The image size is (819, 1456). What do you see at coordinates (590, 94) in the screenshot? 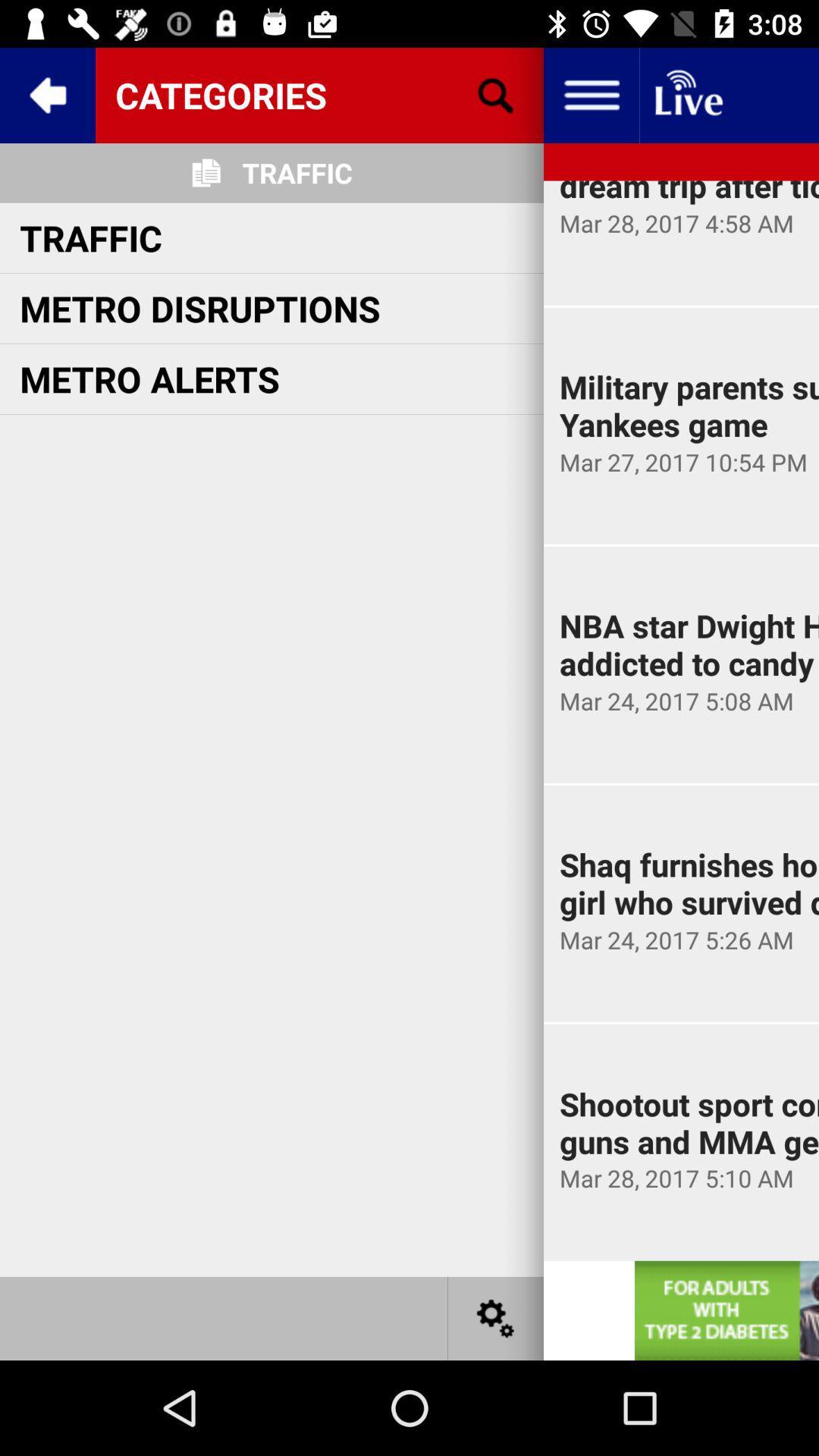
I see `the menu icon` at bounding box center [590, 94].